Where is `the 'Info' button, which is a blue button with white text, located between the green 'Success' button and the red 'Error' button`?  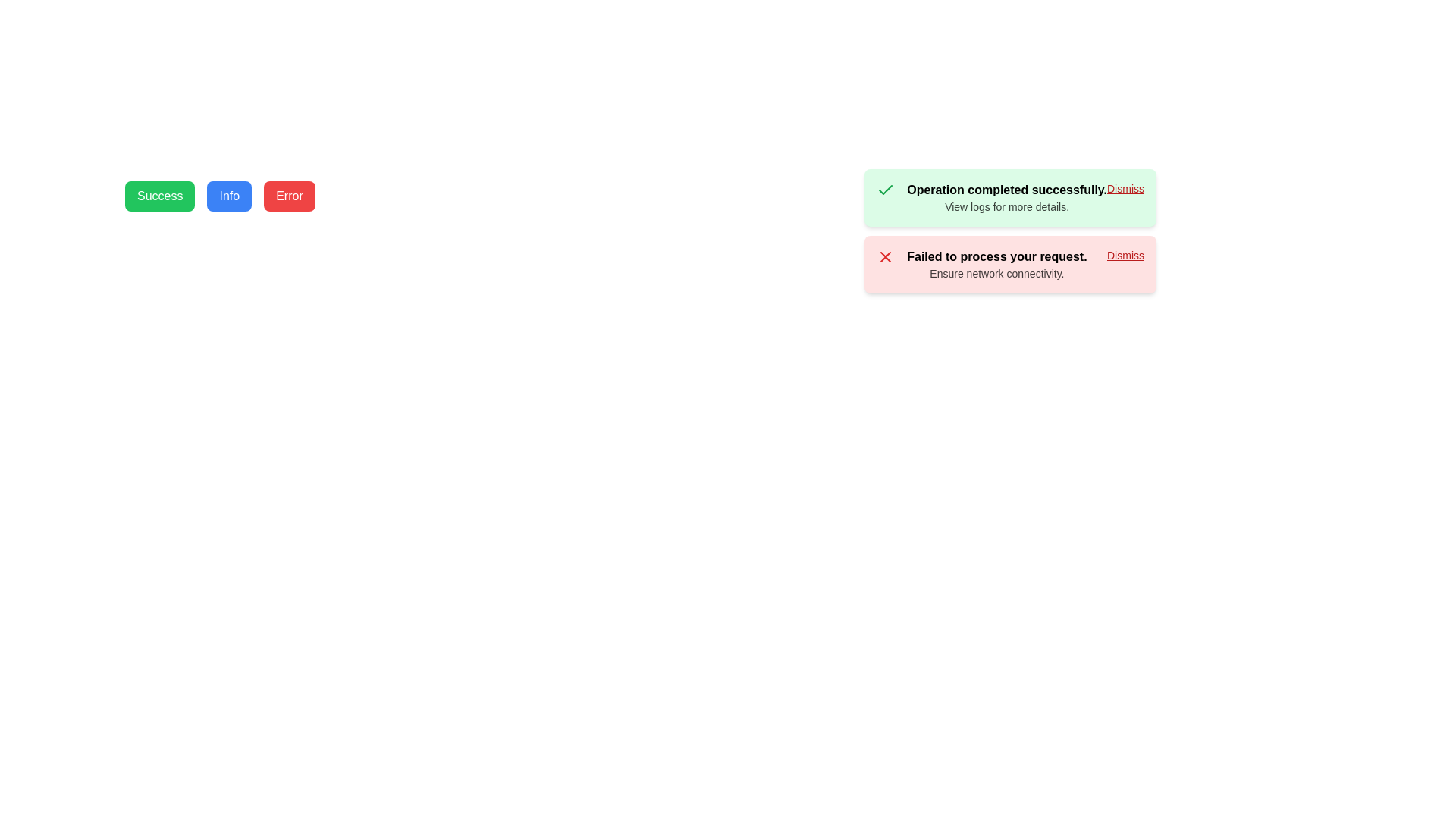 the 'Info' button, which is a blue button with white text, located between the green 'Success' button and the red 'Error' button is located at coordinates (228, 195).